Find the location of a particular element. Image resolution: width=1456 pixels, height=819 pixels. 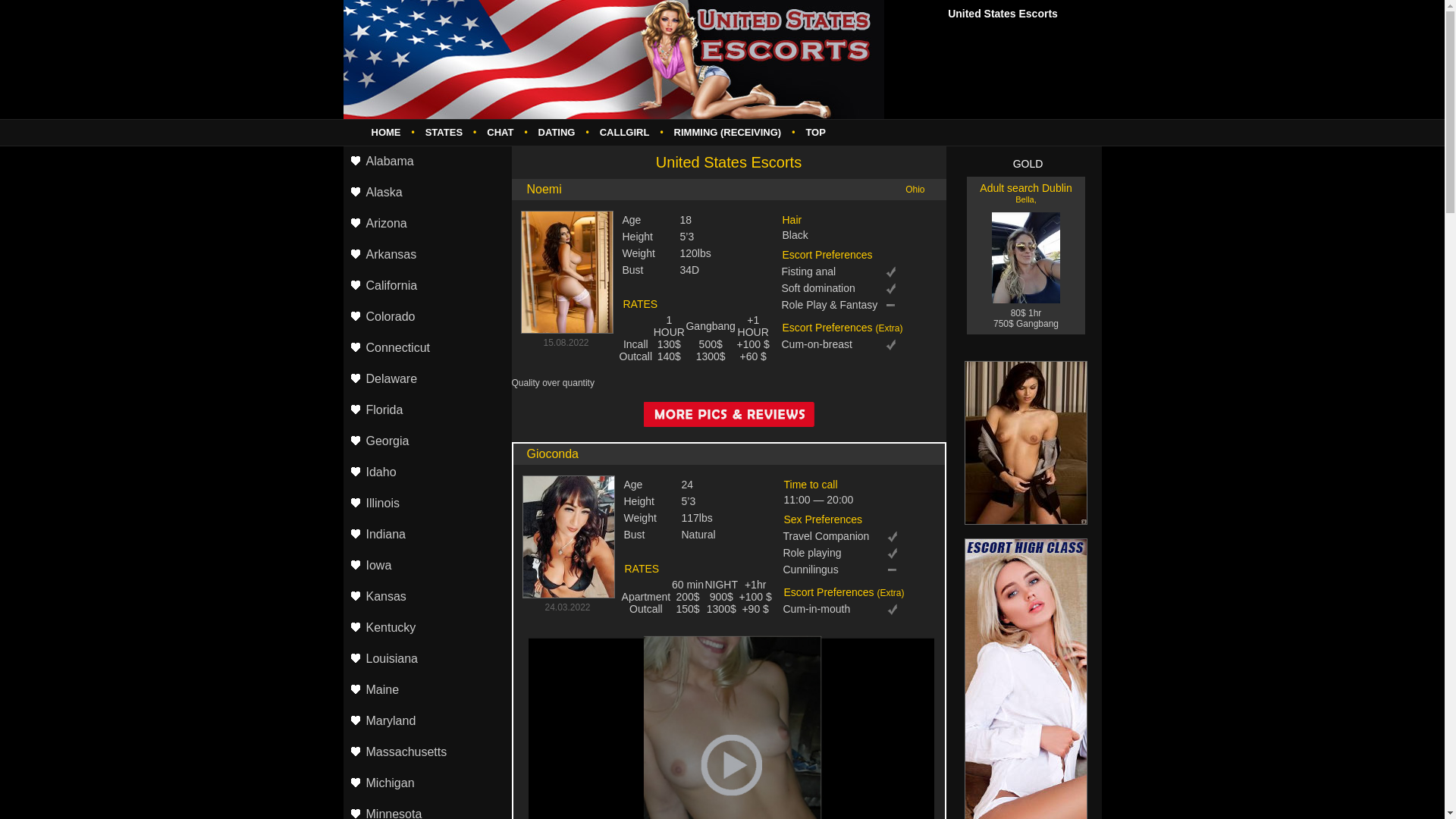

'DATING' is located at coordinates (556, 131).